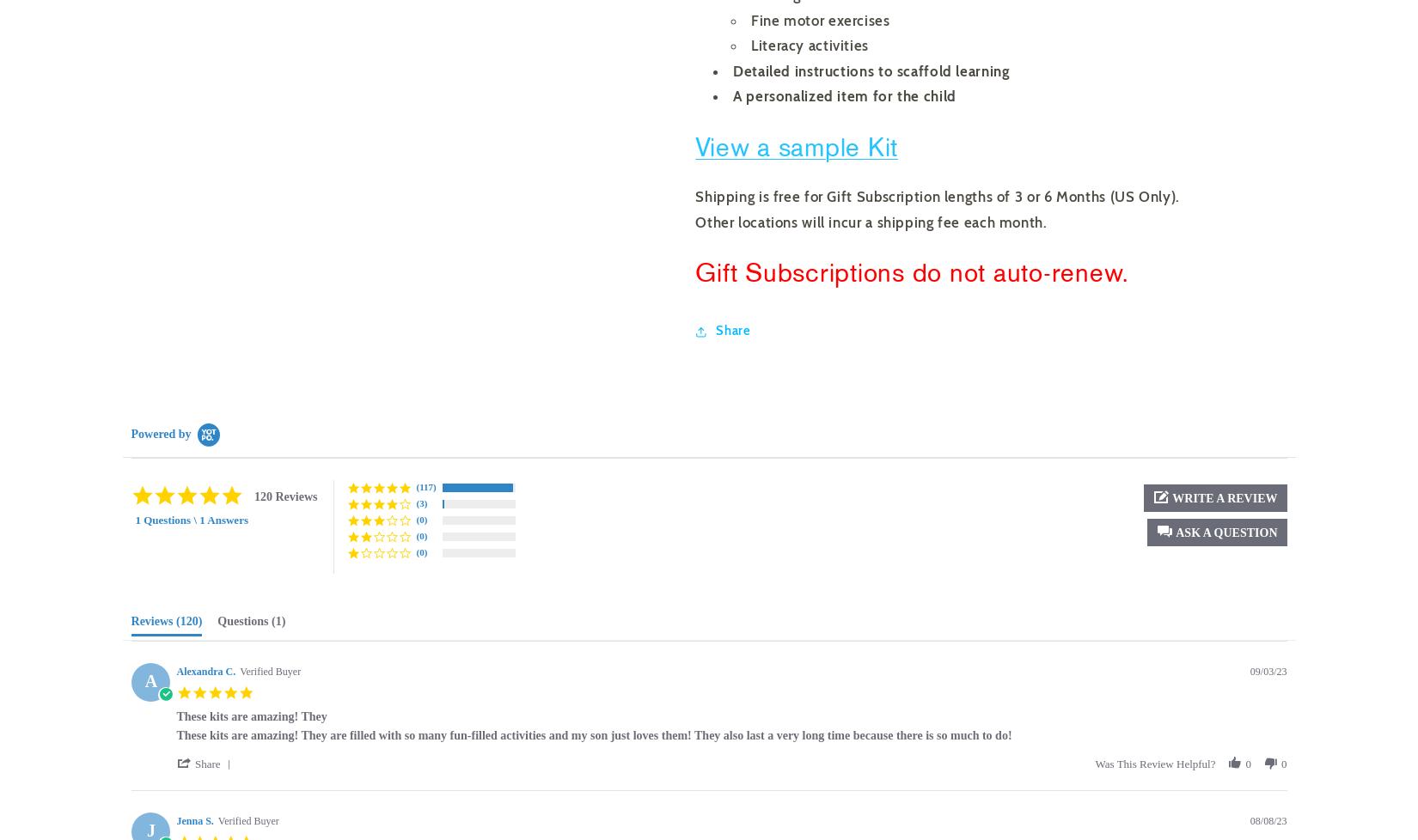 The image size is (1418, 840). Describe the element at coordinates (217, 621) in the screenshot. I see `'Questions'` at that location.